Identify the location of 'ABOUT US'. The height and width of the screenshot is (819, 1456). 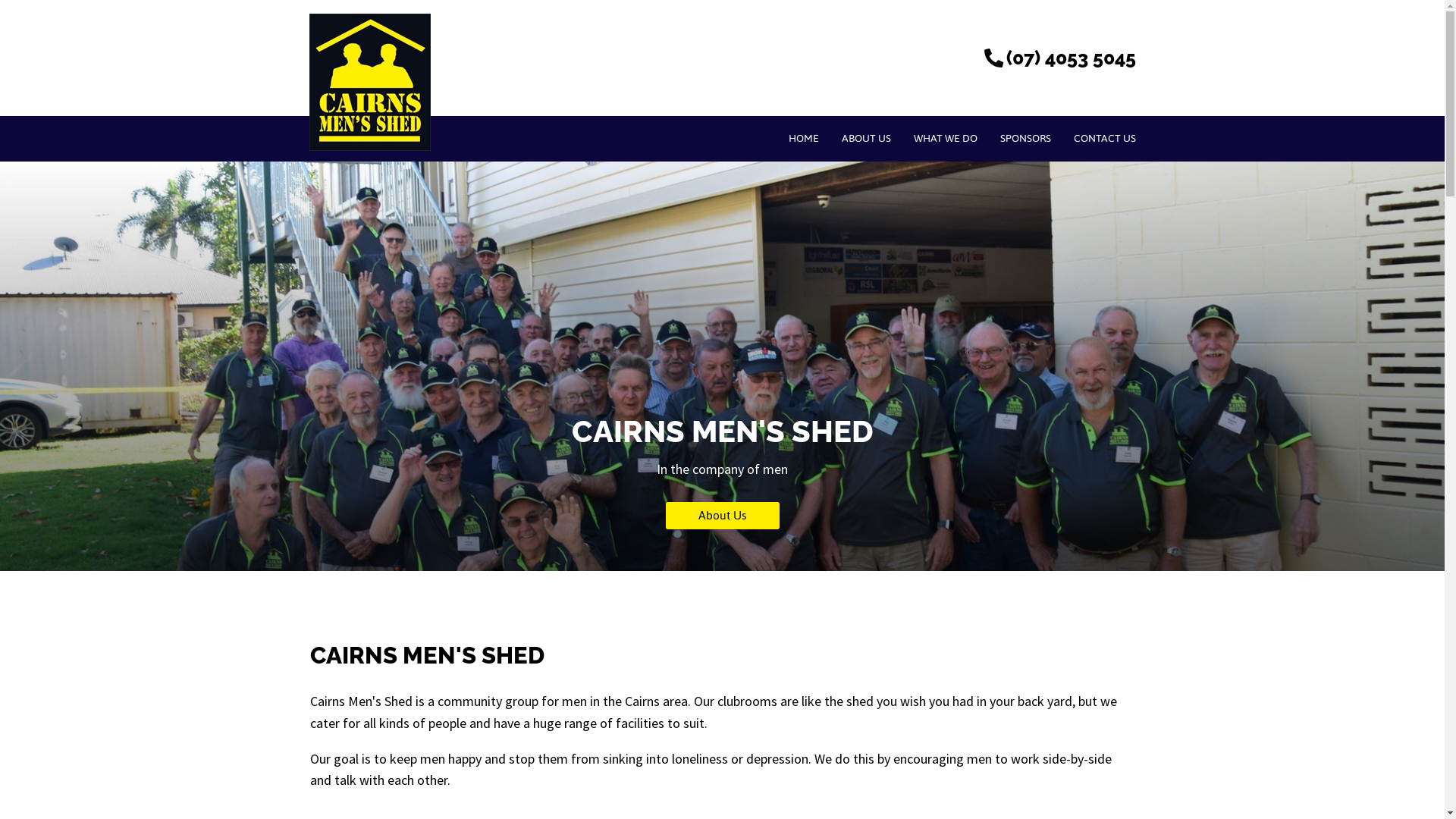
(865, 138).